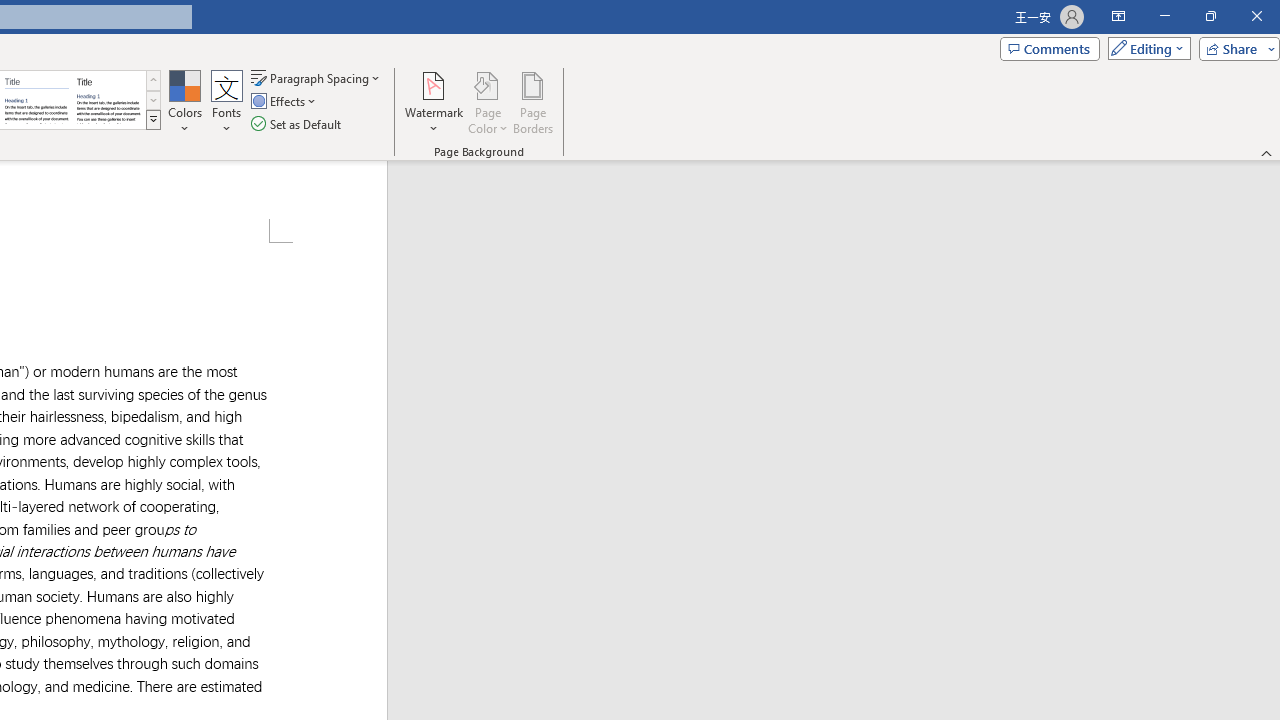  I want to click on 'Word 2010', so click(37, 100).